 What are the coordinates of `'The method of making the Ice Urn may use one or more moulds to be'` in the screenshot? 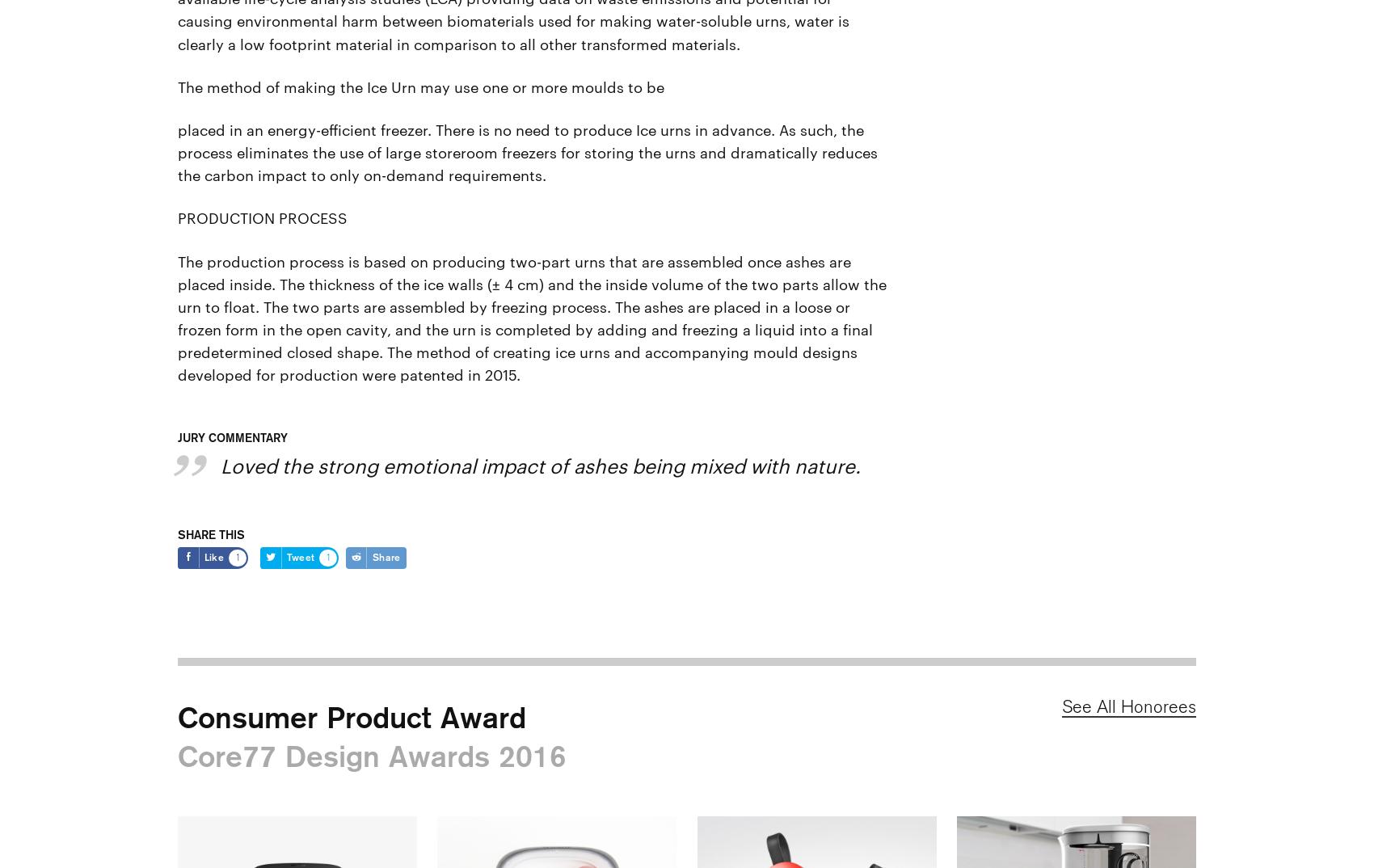 It's located at (177, 85).